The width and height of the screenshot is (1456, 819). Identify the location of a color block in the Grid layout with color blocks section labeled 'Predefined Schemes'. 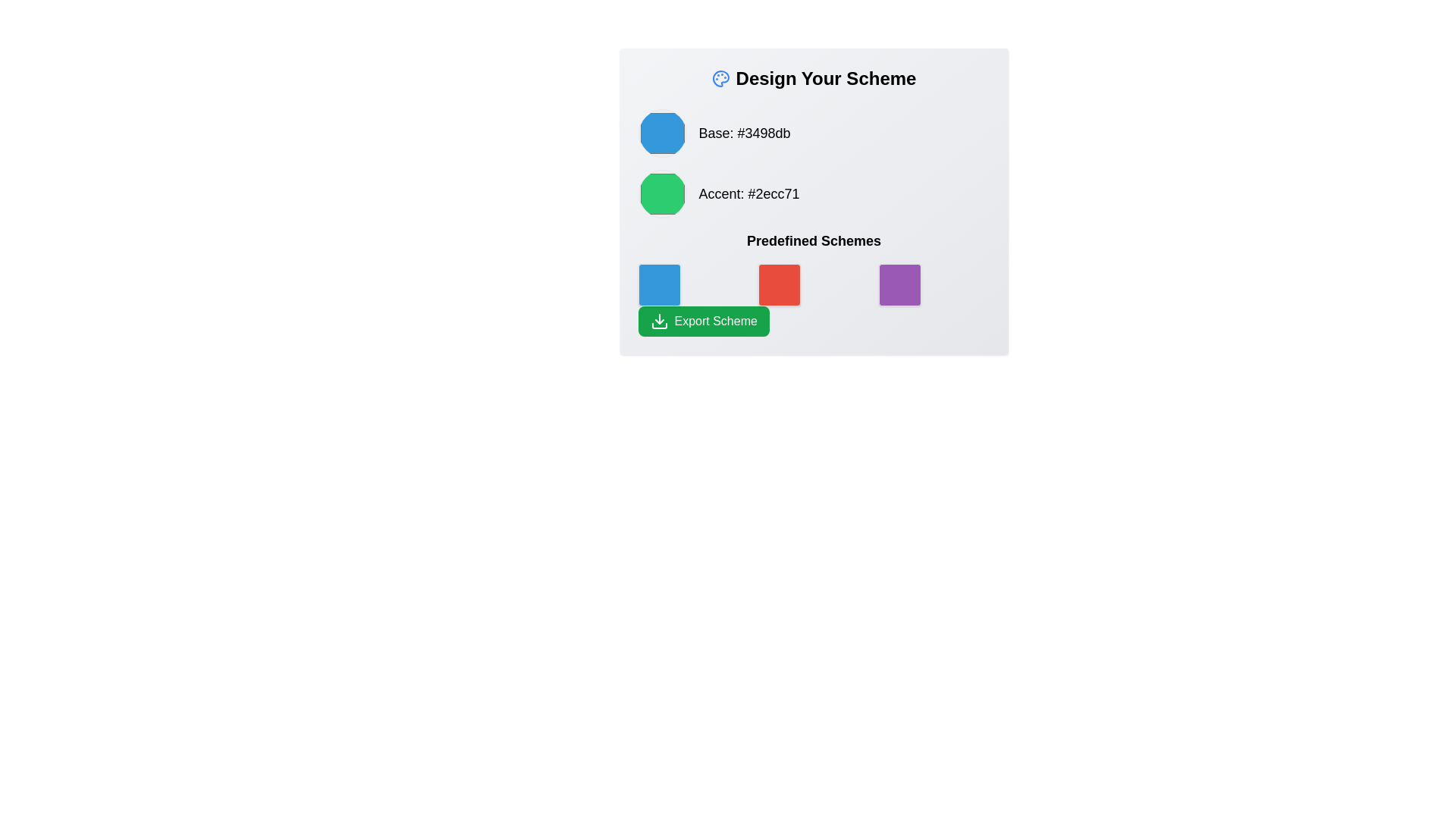
(813, 207).